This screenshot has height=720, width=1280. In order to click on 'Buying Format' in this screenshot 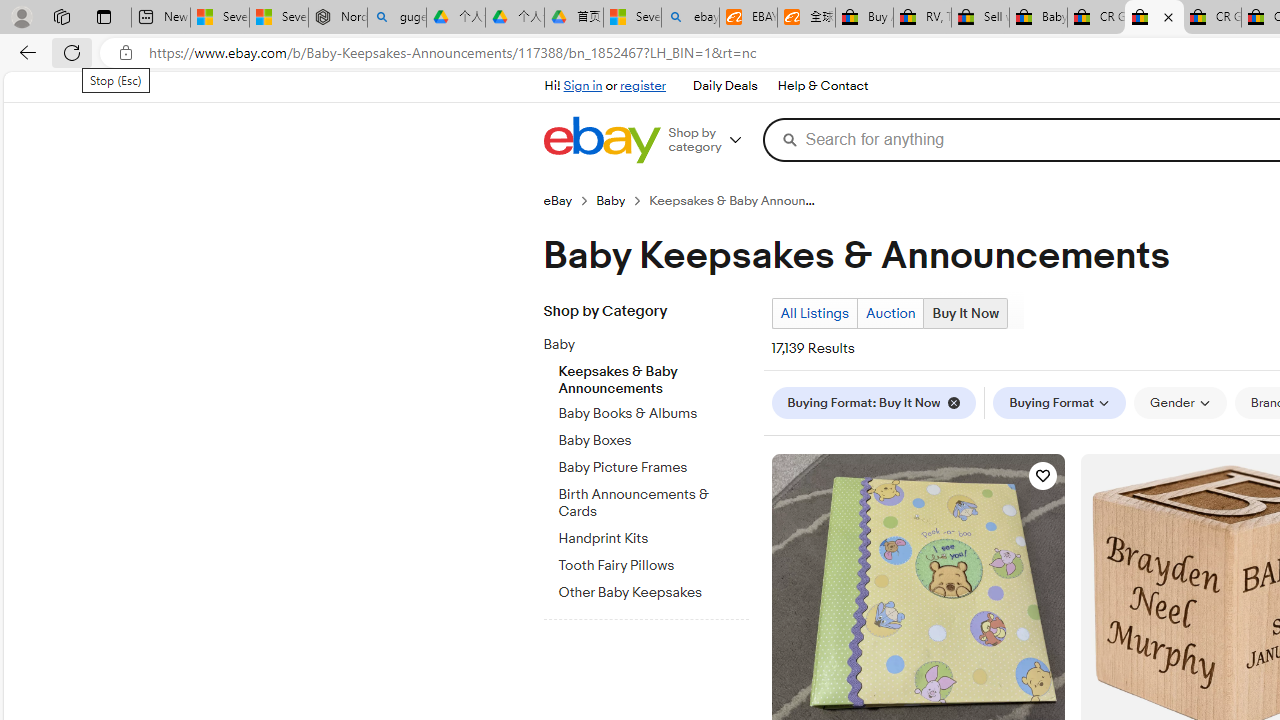, I will do `click(1058, 402)`.